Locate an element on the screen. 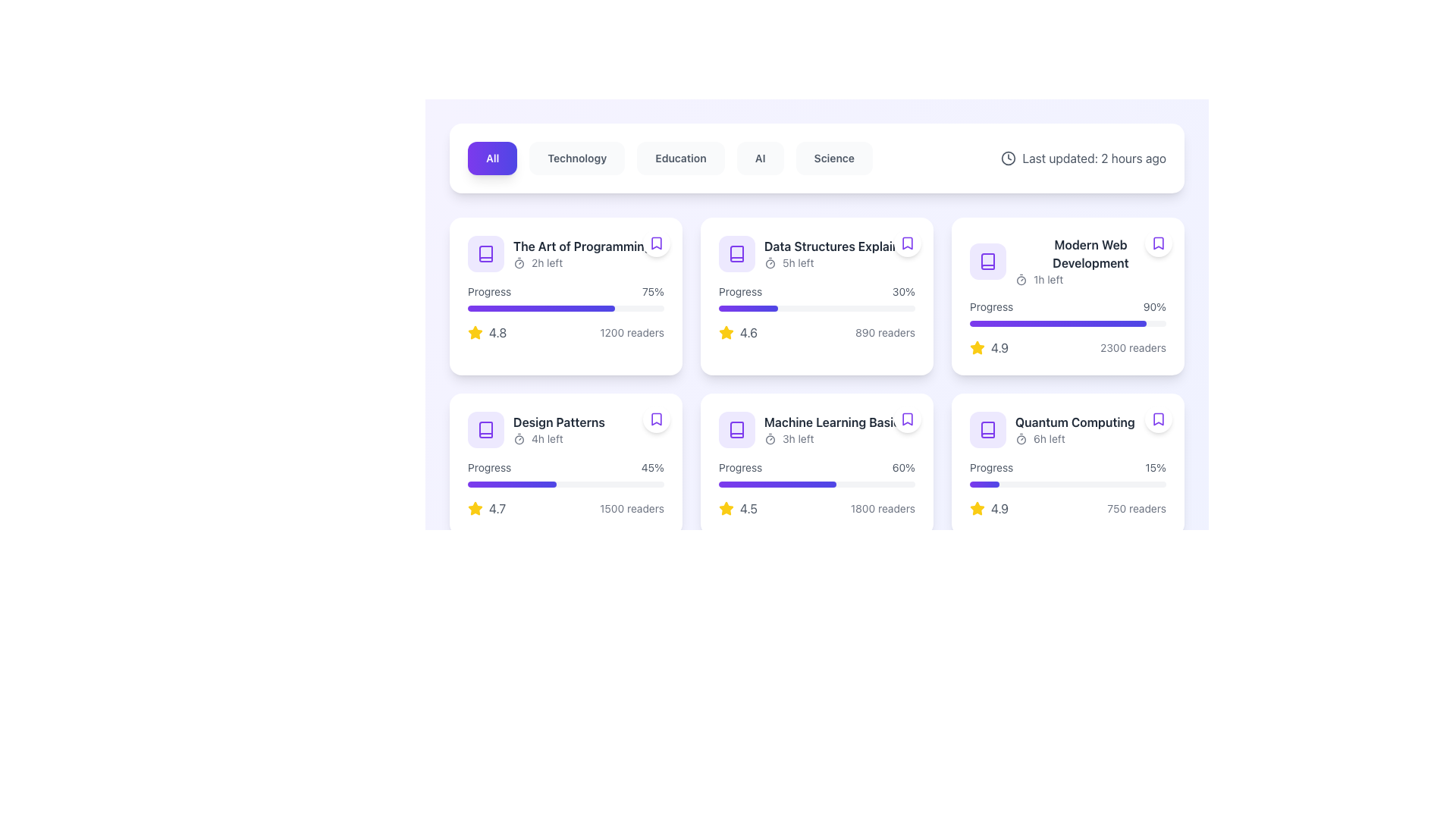 Image resolution: width=1456 pixels, height=819 pixels. the clock icon, which is a minimalistic SVG graphic with a circular outline and positioned near the text 'Last updated: 2 hours ago' in the top-right section of the interface is located at coordinates (1009, 158).